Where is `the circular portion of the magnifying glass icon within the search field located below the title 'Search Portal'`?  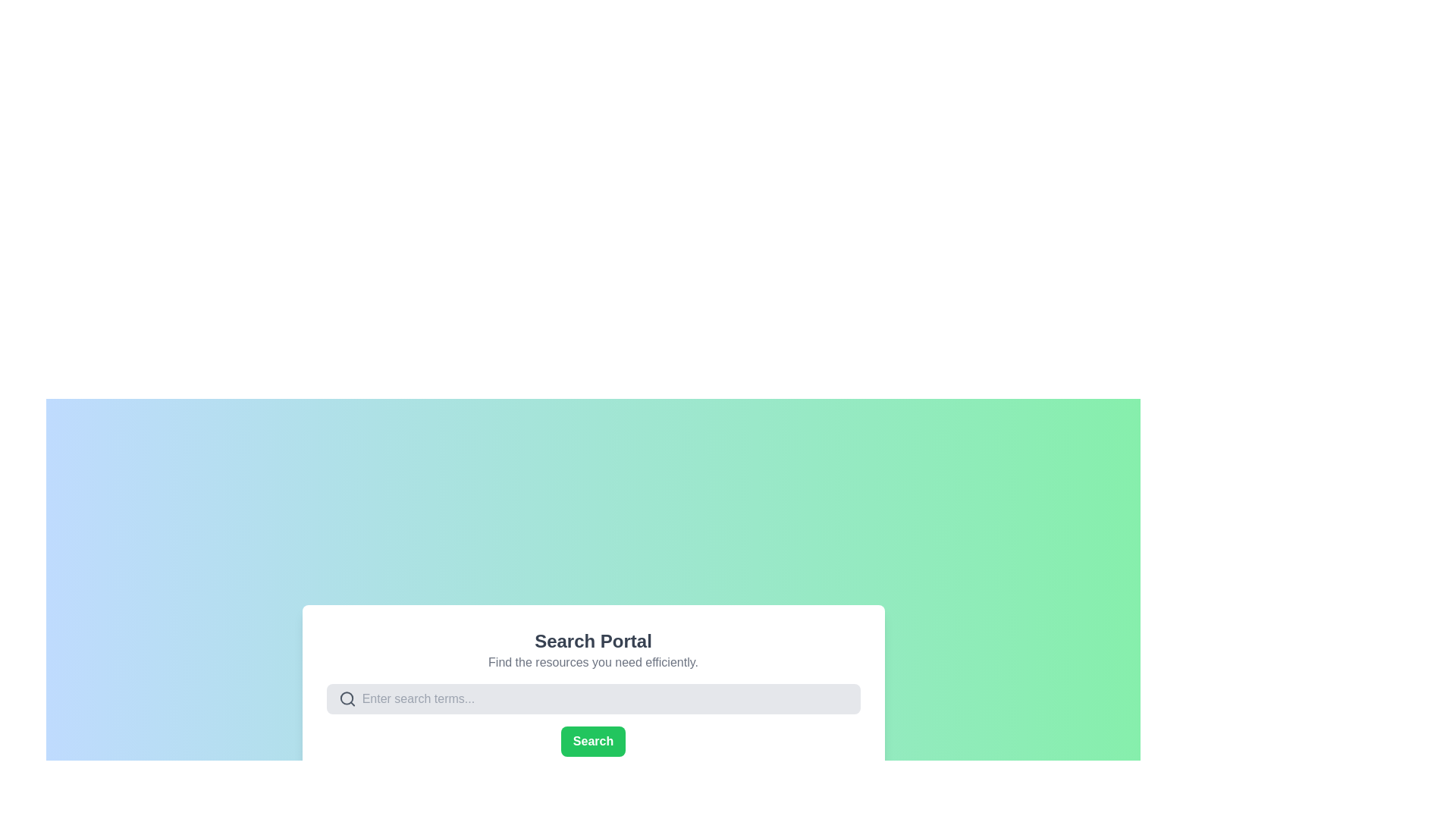 the circular portion of the magnifying glass icon within the search field located below the title 'Search Portal' is located at coordinates (346, 698).